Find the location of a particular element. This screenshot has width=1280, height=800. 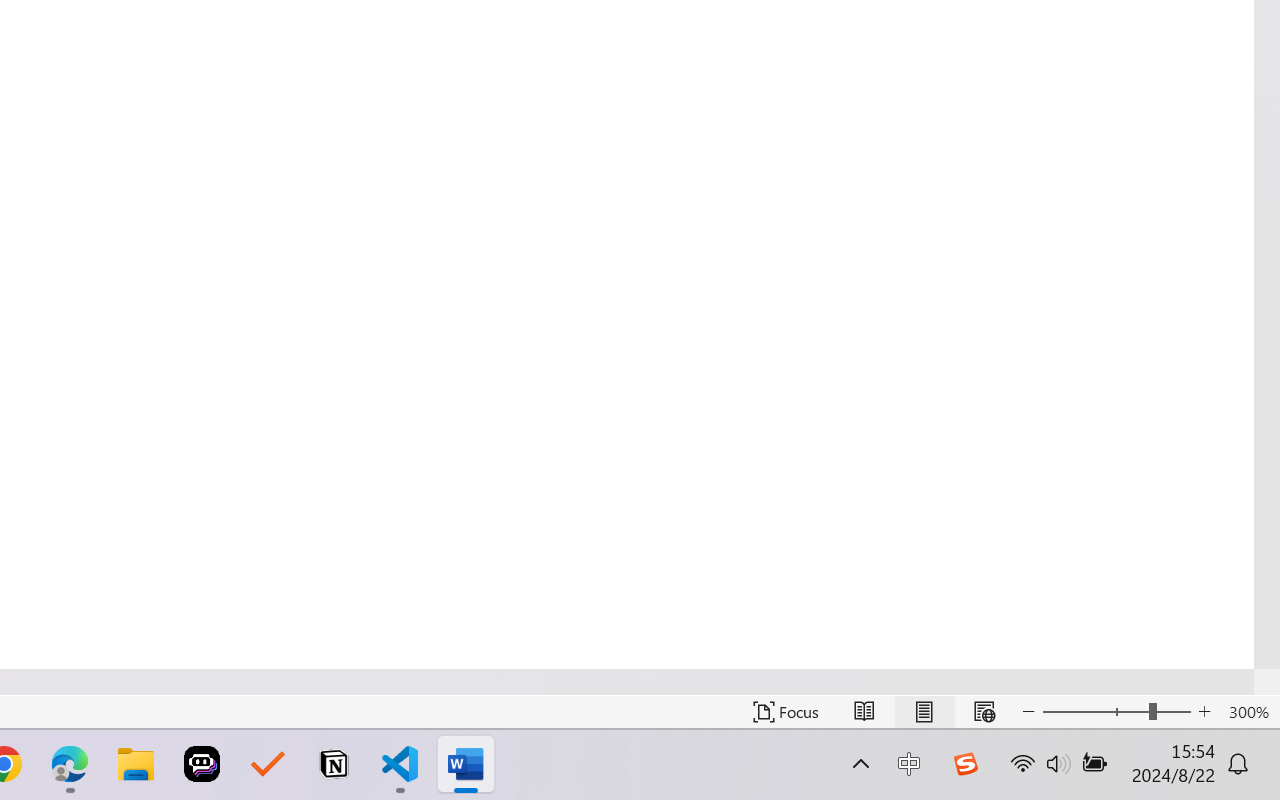

'Class: Image' is located at coordinates (965, 764).